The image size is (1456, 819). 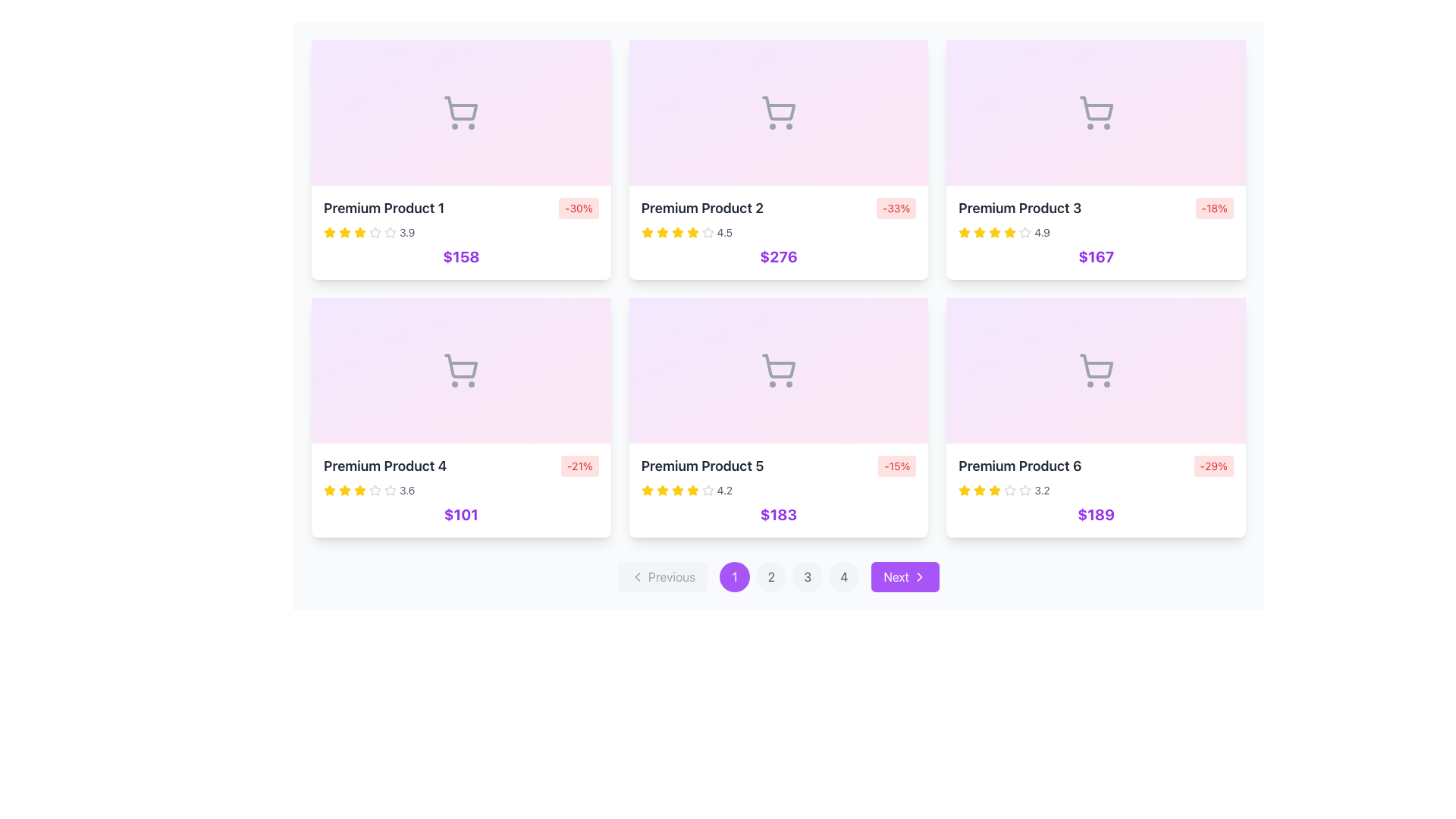 What do you see at coordinates (779, 371) in the screenshot?
I see `the shopping cart icon located in the middle section of the 'Premium Product 5' card to initiate an action` at bounding box center [779, 371].